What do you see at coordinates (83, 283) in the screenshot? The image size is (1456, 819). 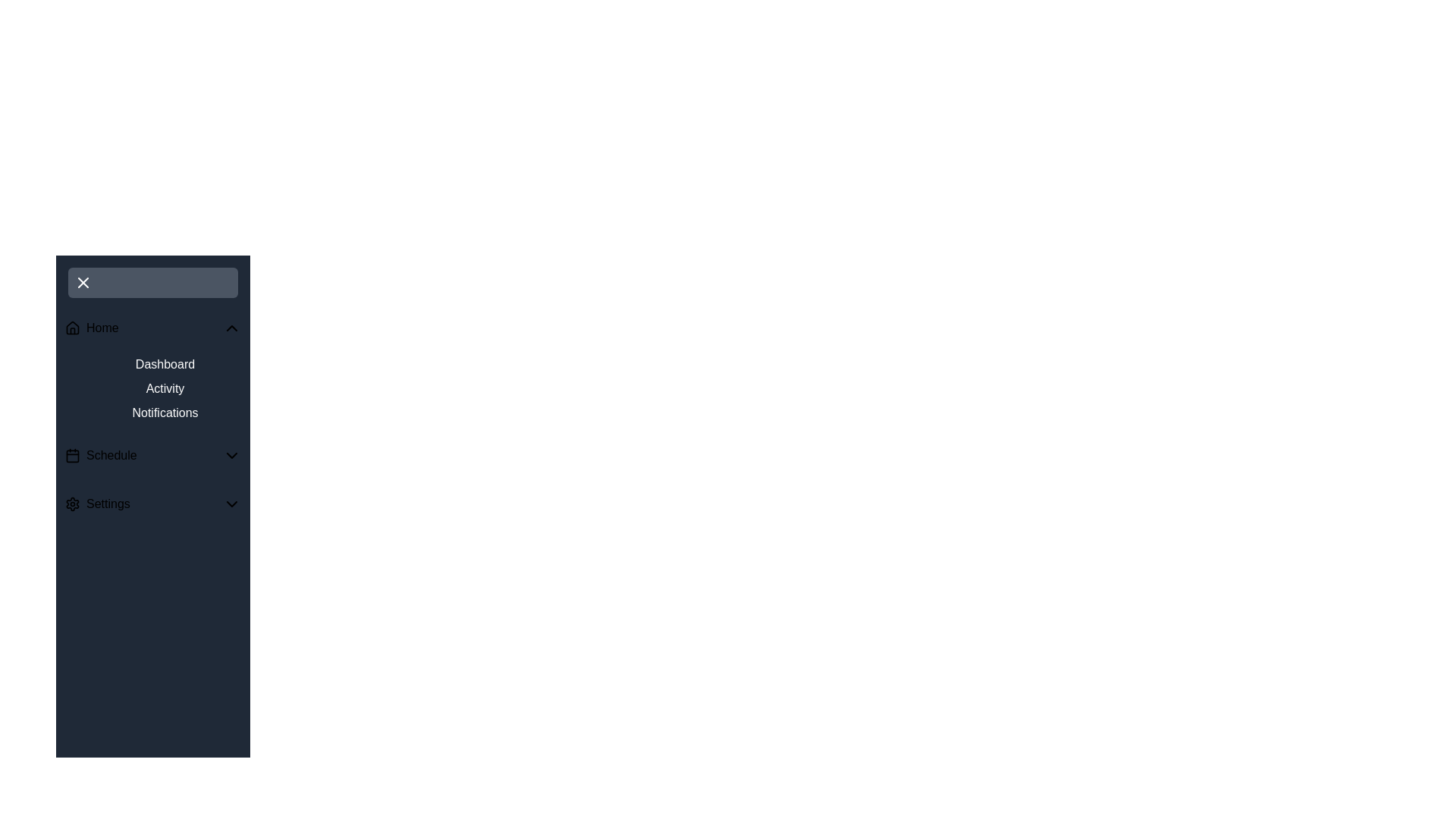 I see `the 'X' icon within the dark gray button at the top-left section of the interface` at bounding box center [83, 283].